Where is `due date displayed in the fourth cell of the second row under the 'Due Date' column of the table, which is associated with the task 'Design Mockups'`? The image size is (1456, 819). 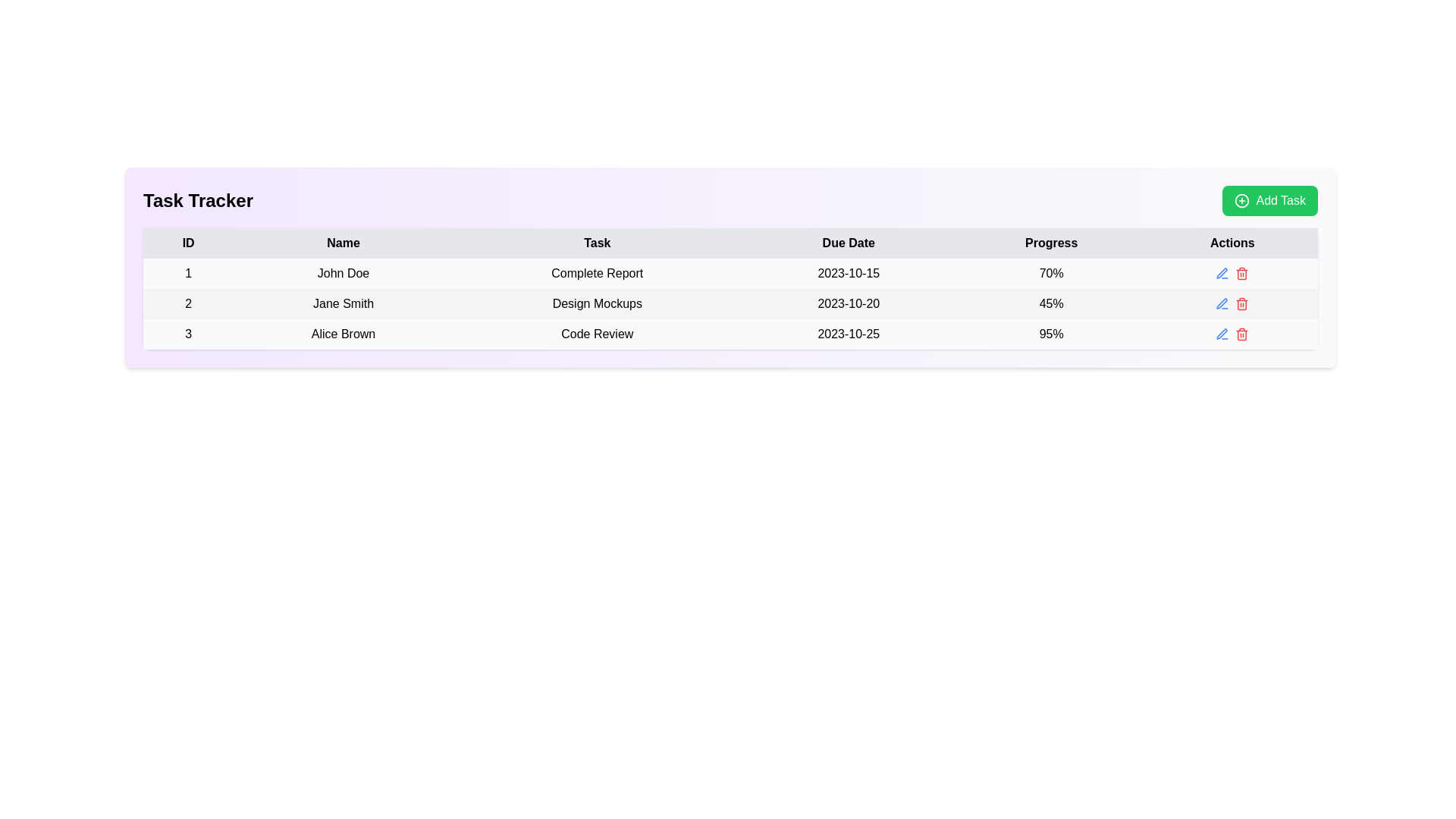
due date displayed in the fourth cell of the second row under the 'Due Date' column of the table, which is associated with the task 'Design Mockups' is located at coordinates (848, 304).